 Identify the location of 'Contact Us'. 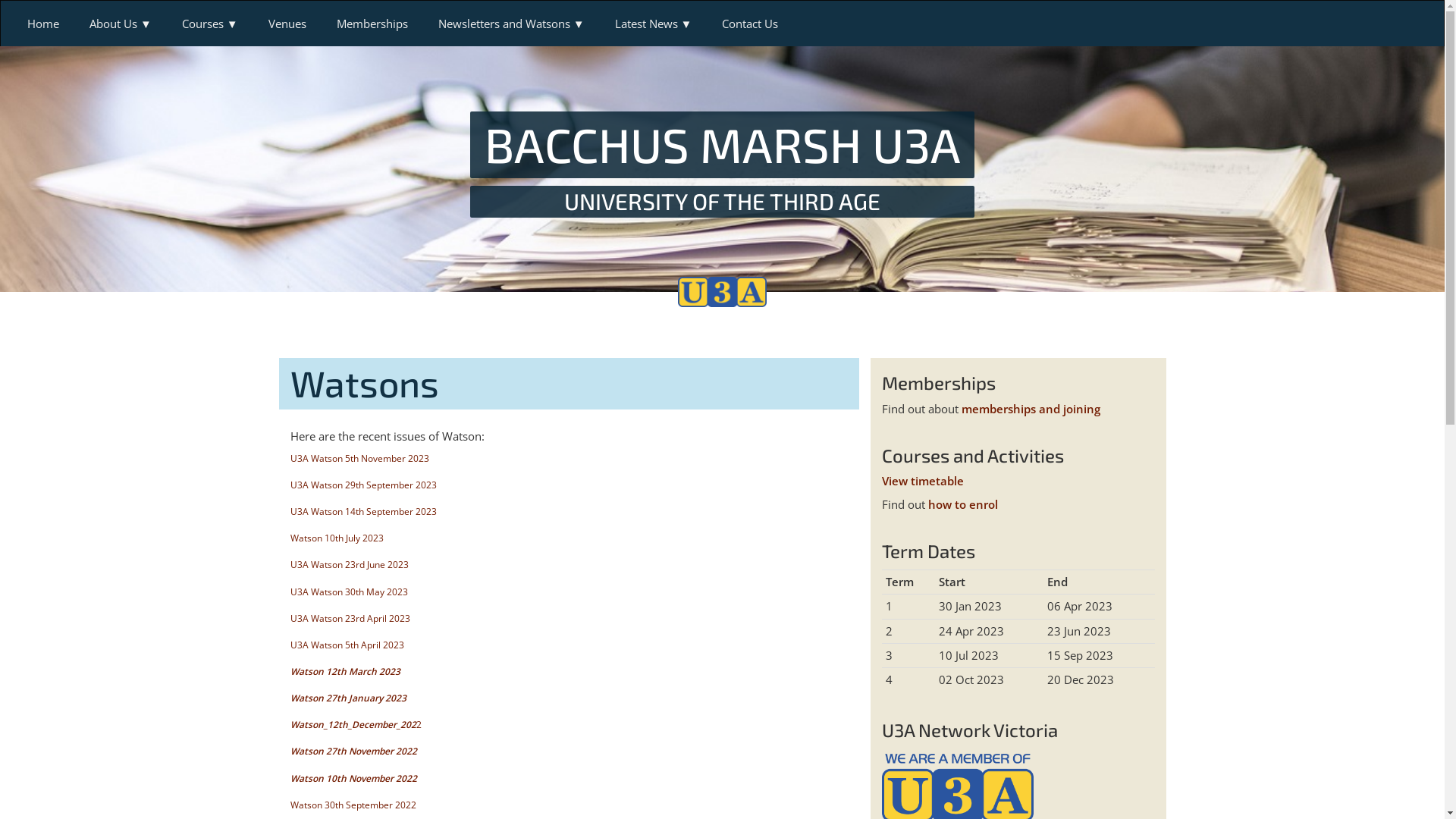
(749, 23).